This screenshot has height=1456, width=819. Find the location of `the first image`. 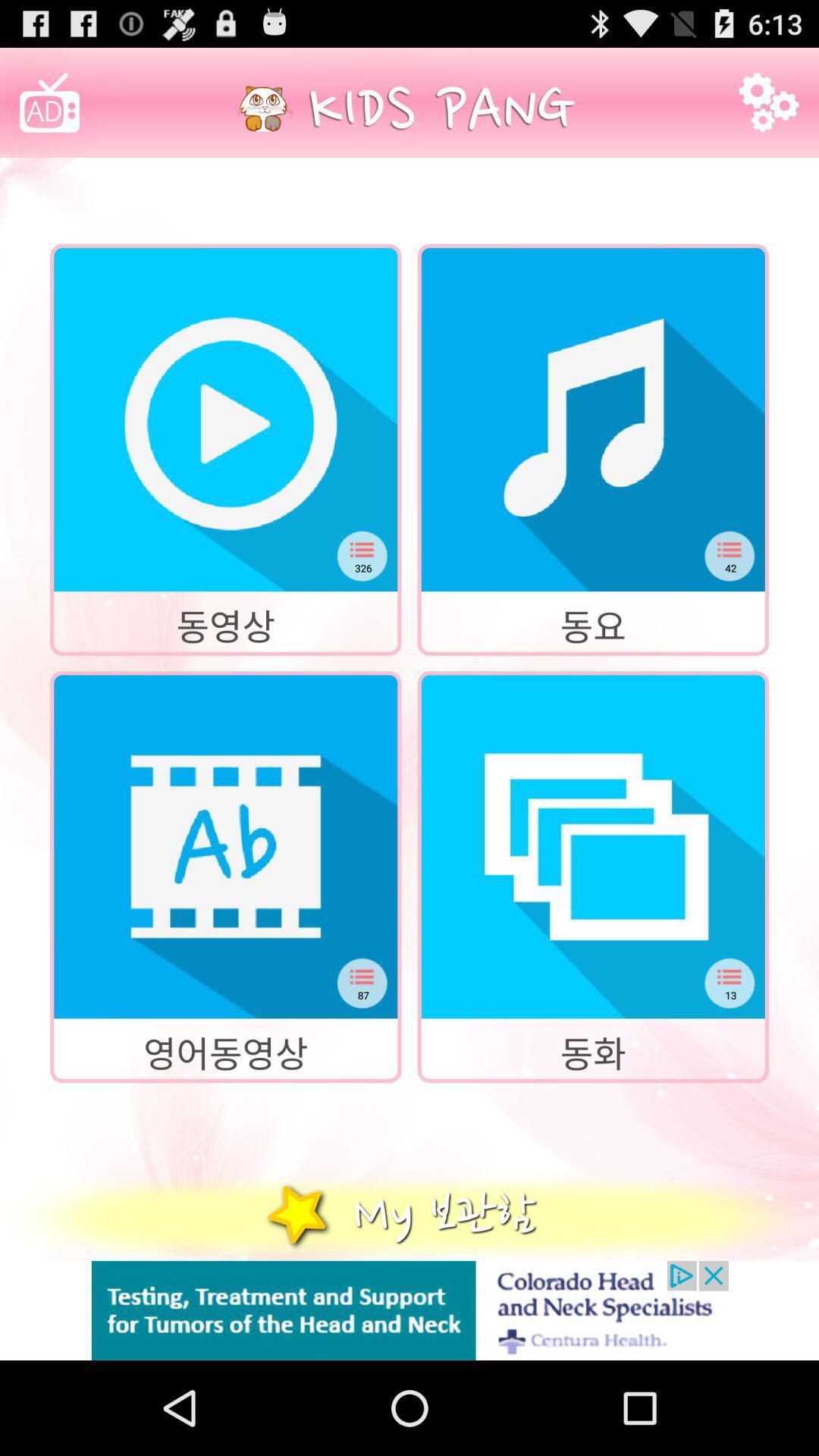

the first image is located at coordinates (225, 419).